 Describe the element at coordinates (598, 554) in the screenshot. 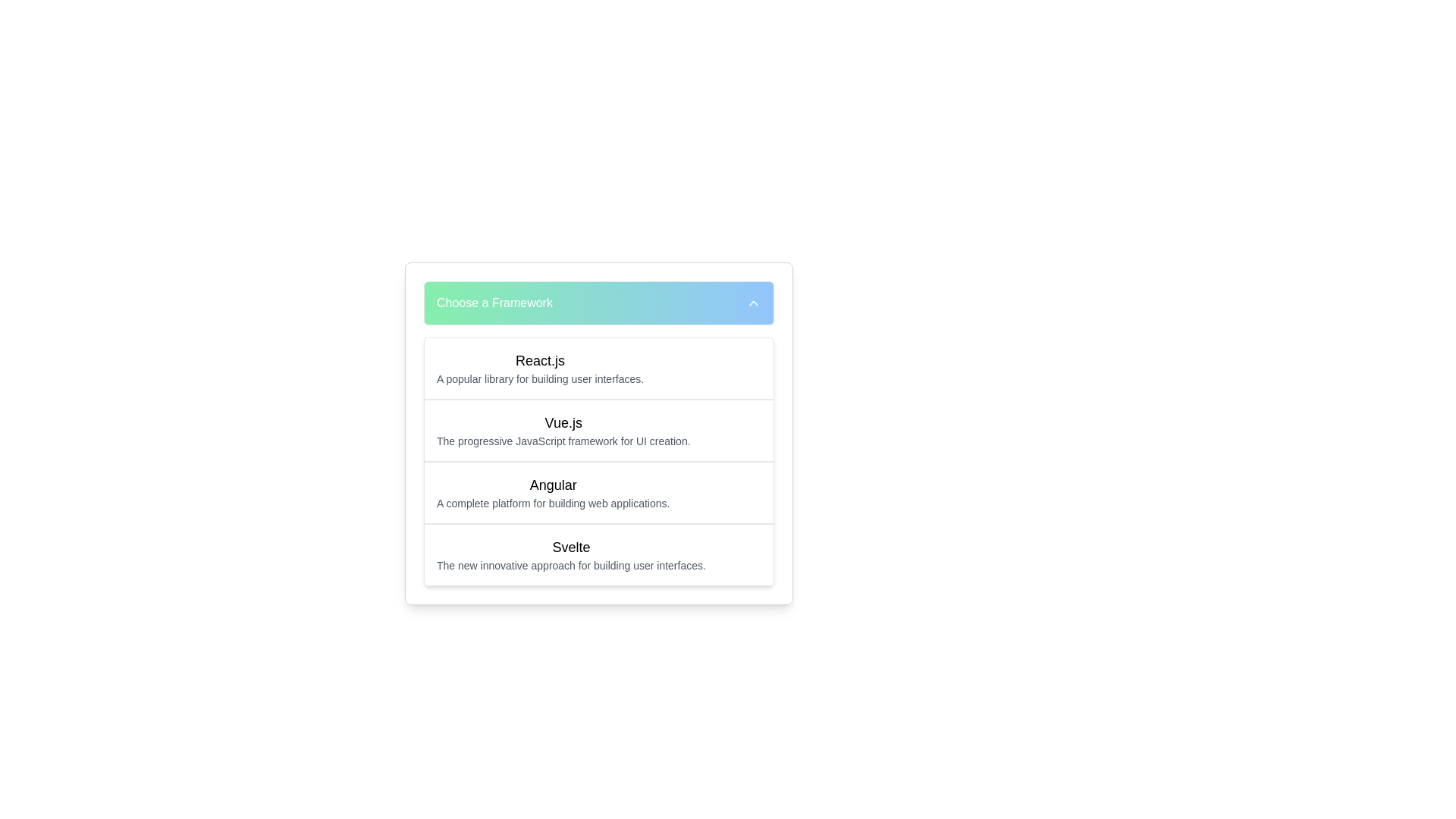

I see `the last list item that provides information about 'Svelte', located beneath the title 'Angular'` at that location.